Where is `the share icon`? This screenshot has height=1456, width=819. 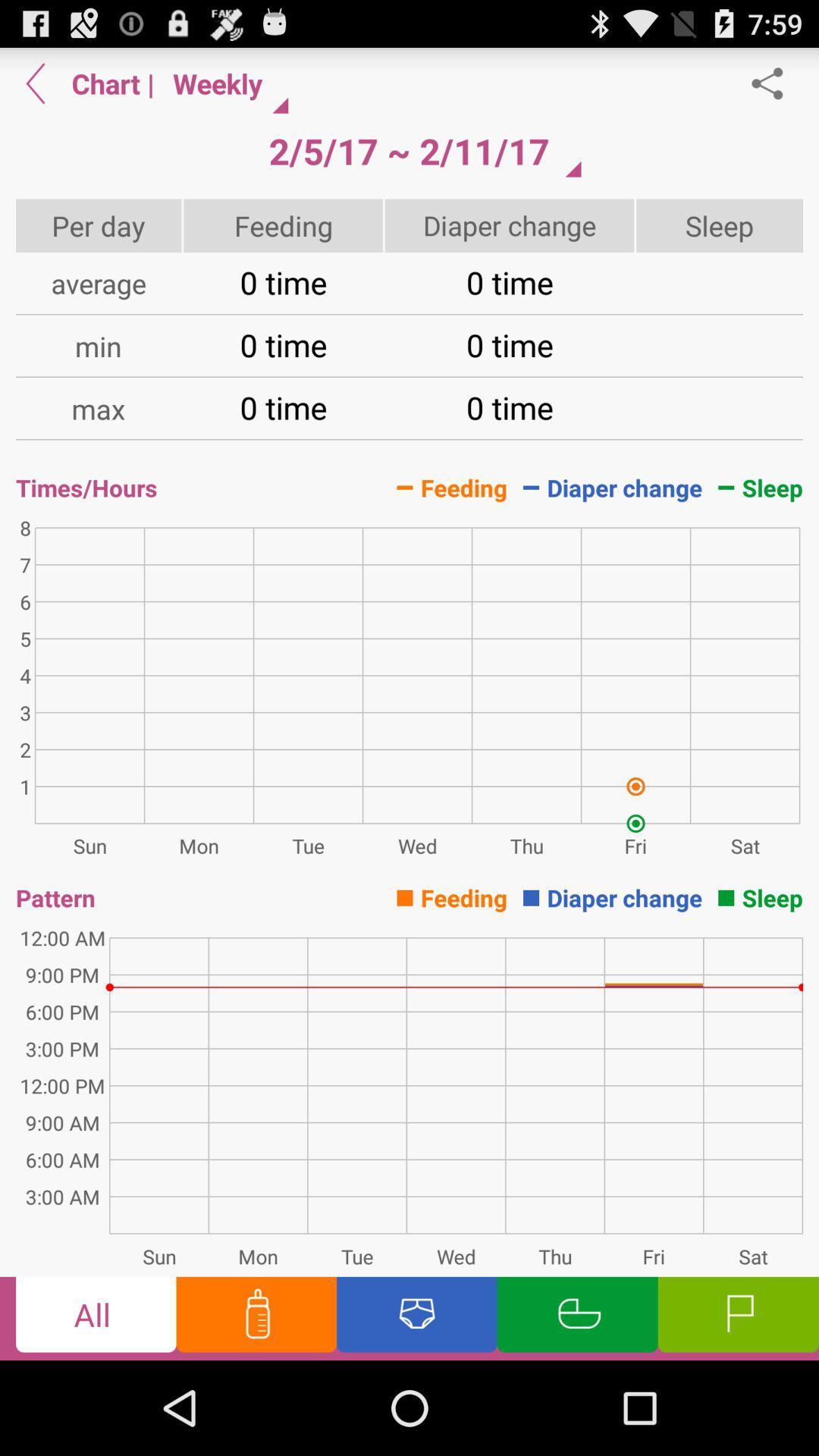 the share icon is located at coordinates (775, 89).